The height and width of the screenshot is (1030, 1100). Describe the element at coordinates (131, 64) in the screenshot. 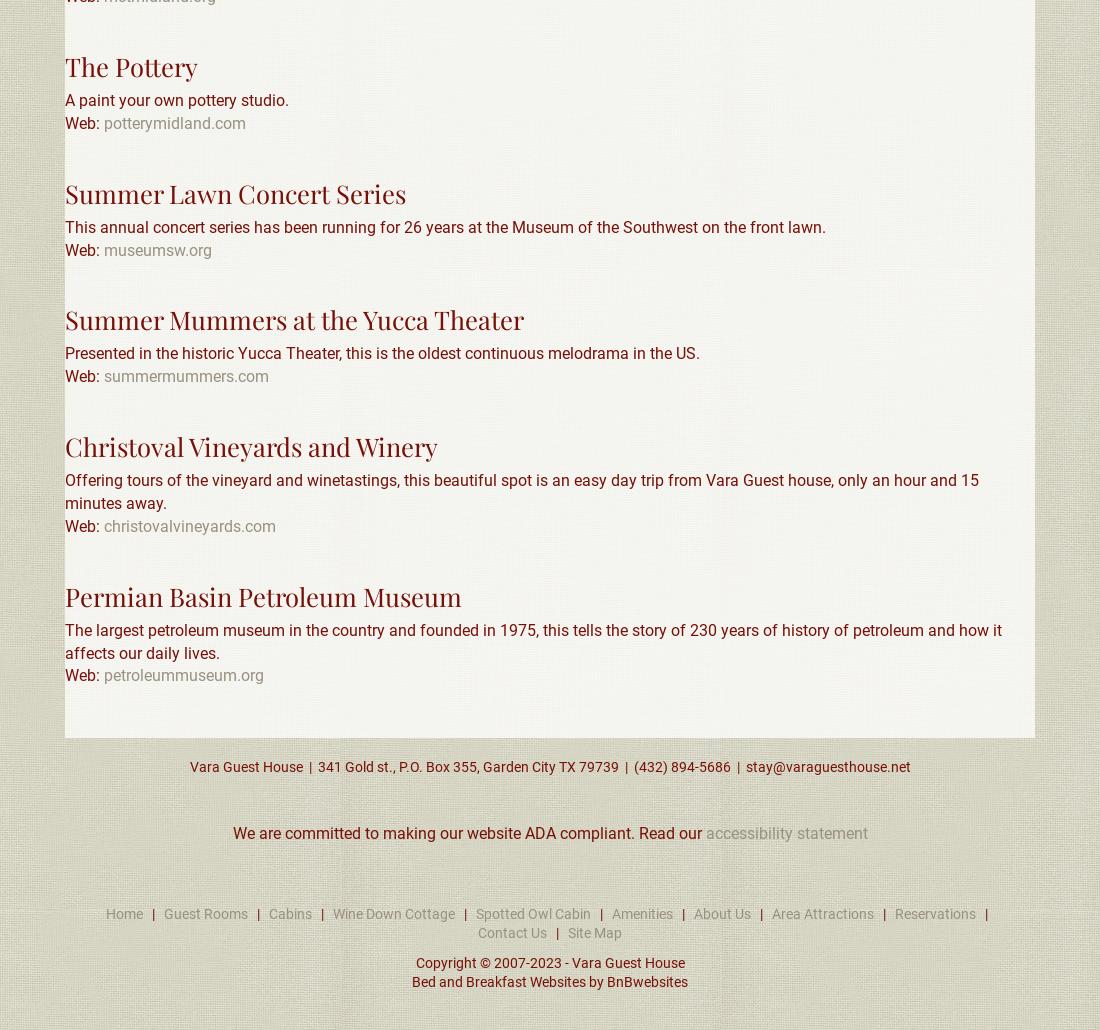

I see `'The Pottery'` at that location.